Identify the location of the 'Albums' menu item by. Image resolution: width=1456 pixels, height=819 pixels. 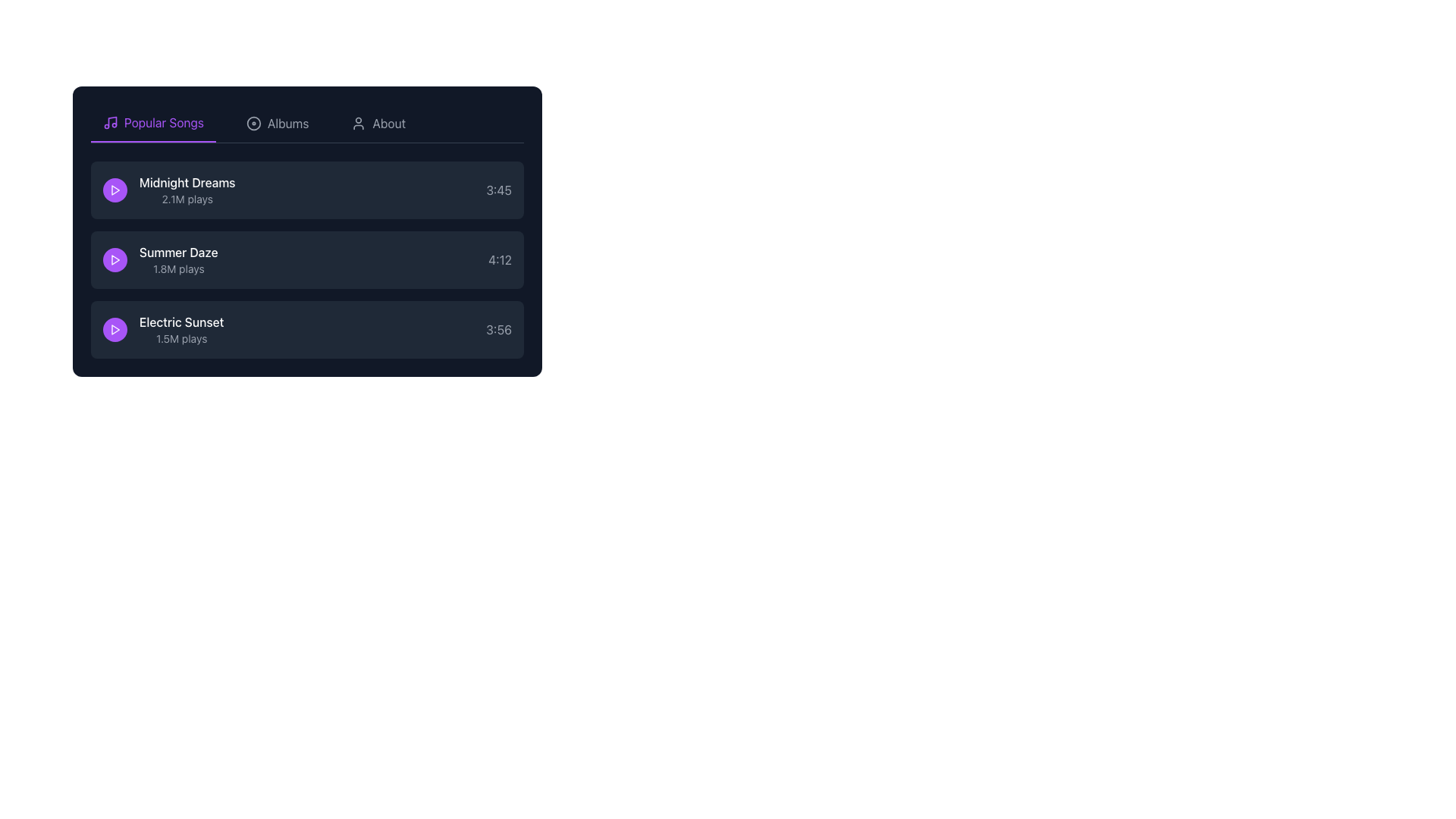
(254, 122).